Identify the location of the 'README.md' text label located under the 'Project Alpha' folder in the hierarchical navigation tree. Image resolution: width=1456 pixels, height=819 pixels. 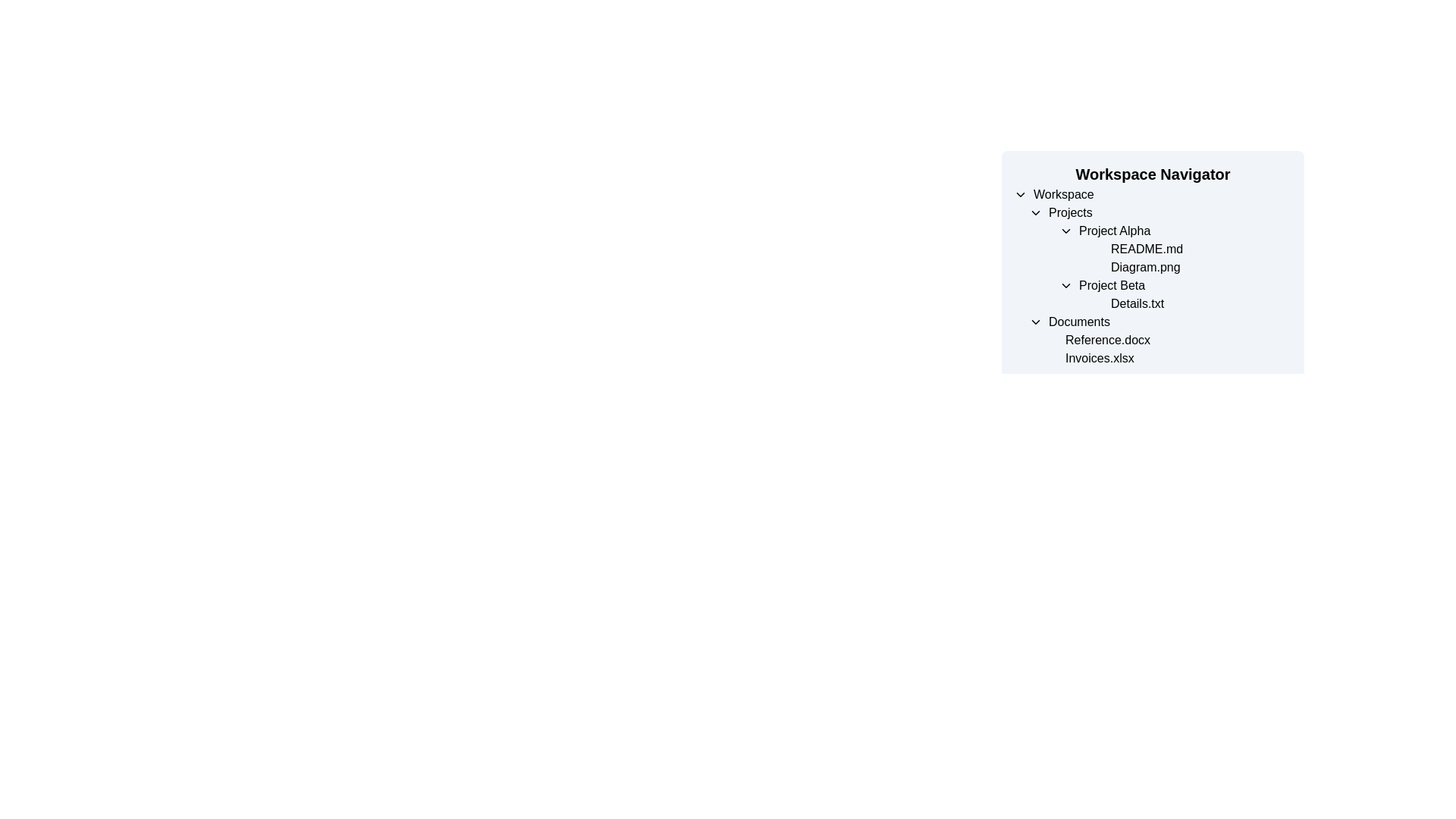
(1175, 248).